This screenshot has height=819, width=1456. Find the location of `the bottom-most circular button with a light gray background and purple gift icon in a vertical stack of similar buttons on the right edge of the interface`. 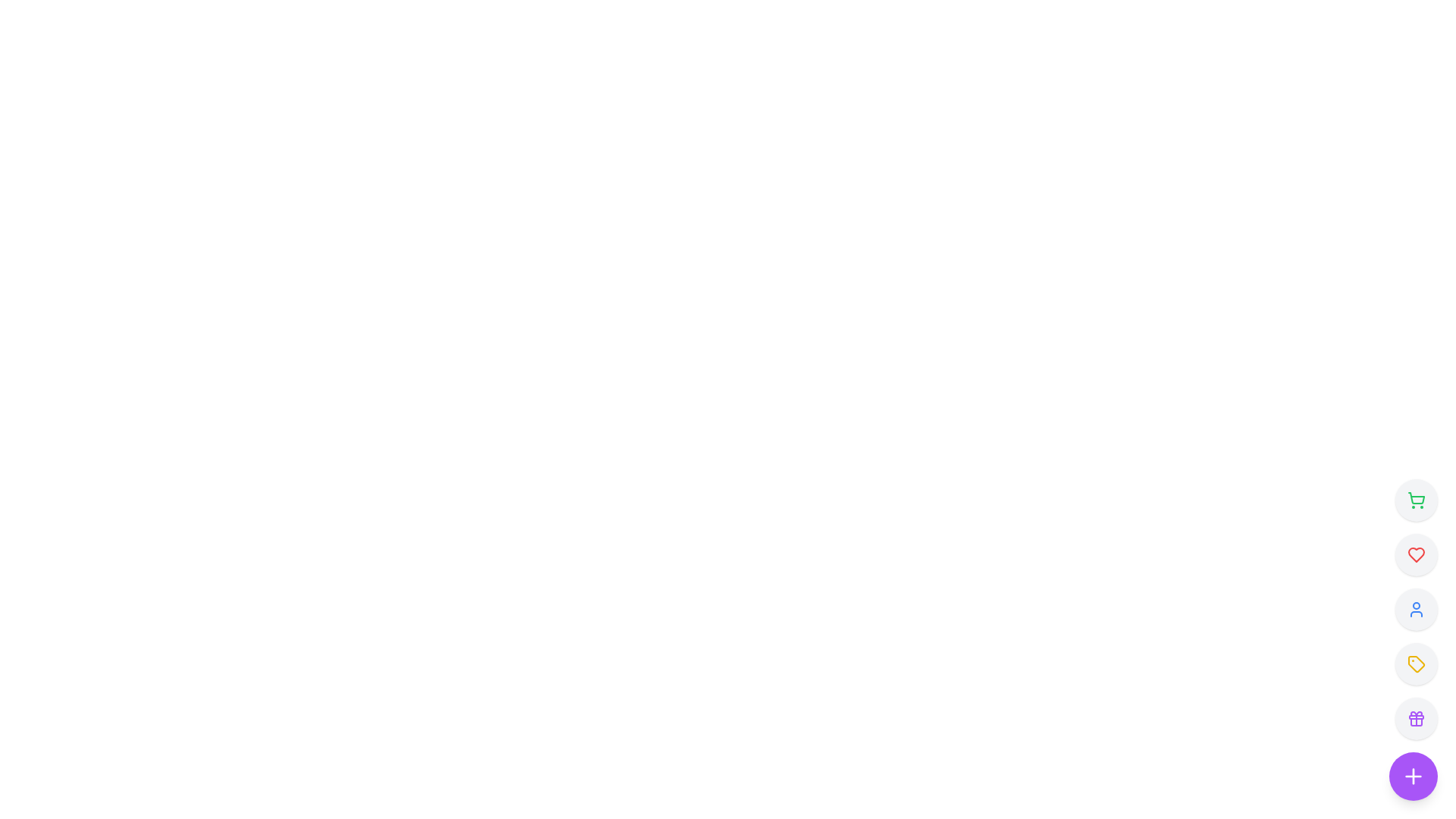

the bottom-most circular button with a light gray background and purple gift icon in a vertical stack of similar buttons on the right edge of the interface is located at coordinates (1415, 718).